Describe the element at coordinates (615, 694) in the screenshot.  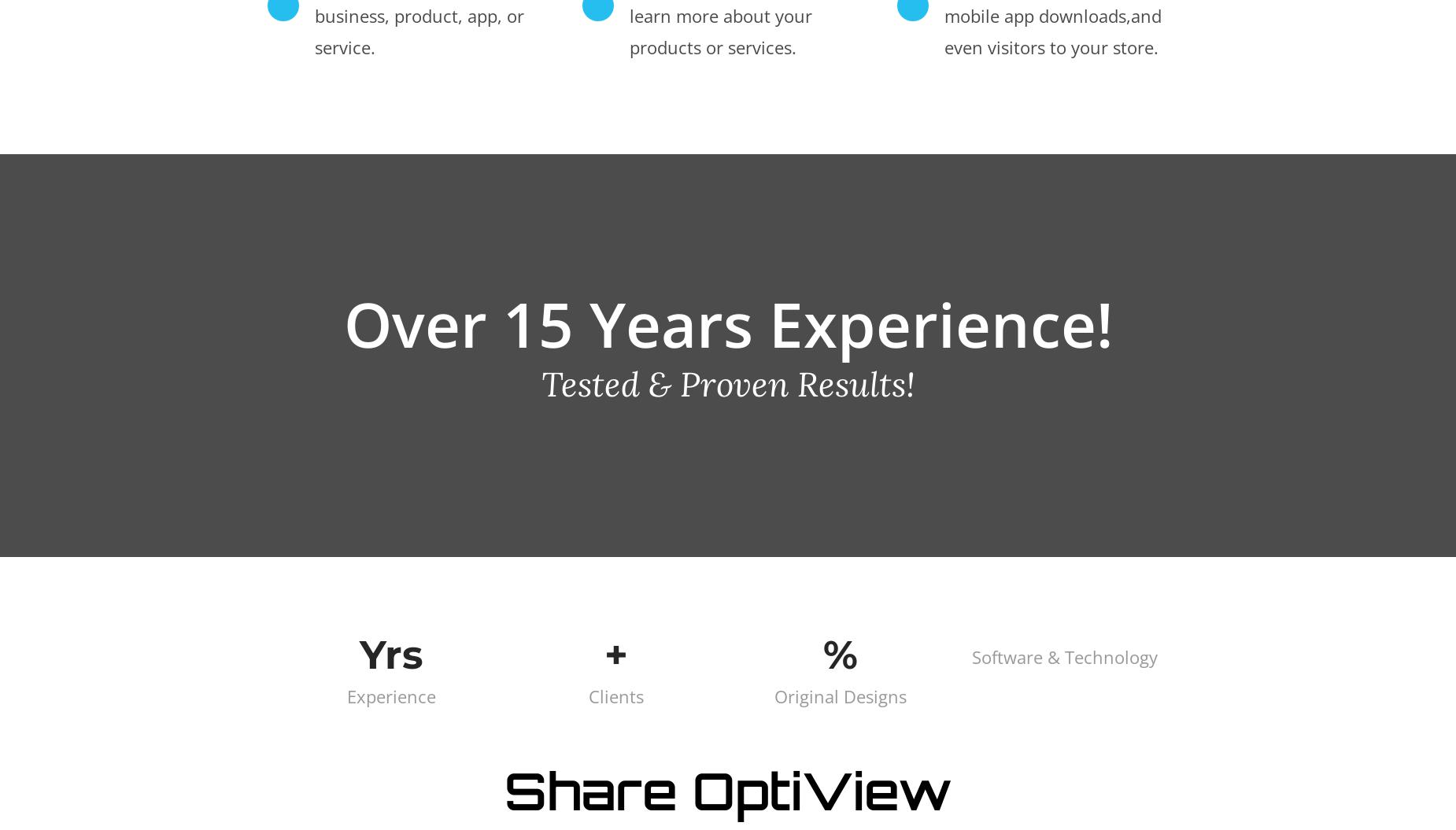
I see `'Clients'` at that location.